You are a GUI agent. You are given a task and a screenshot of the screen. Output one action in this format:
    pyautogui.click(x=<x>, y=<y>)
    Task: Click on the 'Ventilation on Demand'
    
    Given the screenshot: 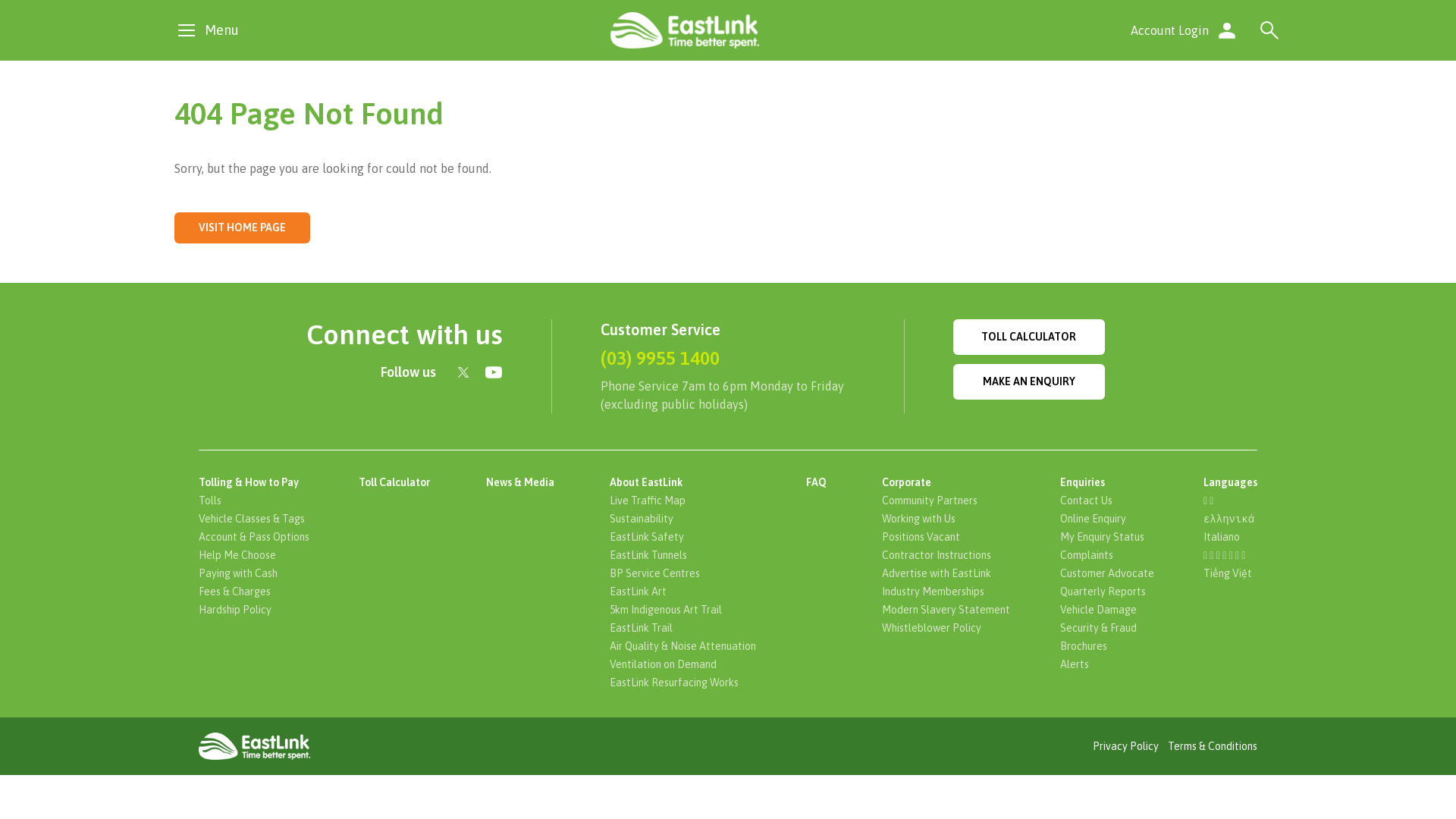 What is the action you would take?
    pyautogui.click(x=668, y=663)
    